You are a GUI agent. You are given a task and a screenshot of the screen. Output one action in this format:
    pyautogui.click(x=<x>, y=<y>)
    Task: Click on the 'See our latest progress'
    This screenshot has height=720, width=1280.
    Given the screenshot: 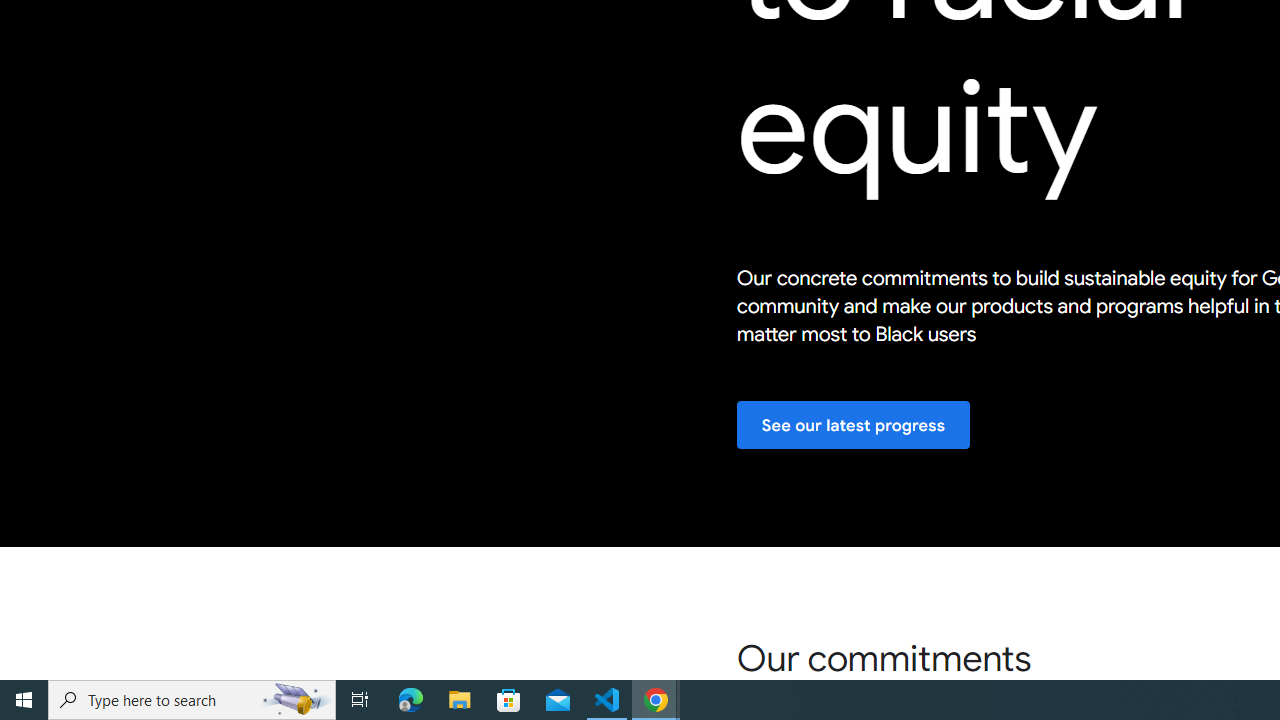 What is the action you would take?
    pyautogui.click(x=853, y=424)
    